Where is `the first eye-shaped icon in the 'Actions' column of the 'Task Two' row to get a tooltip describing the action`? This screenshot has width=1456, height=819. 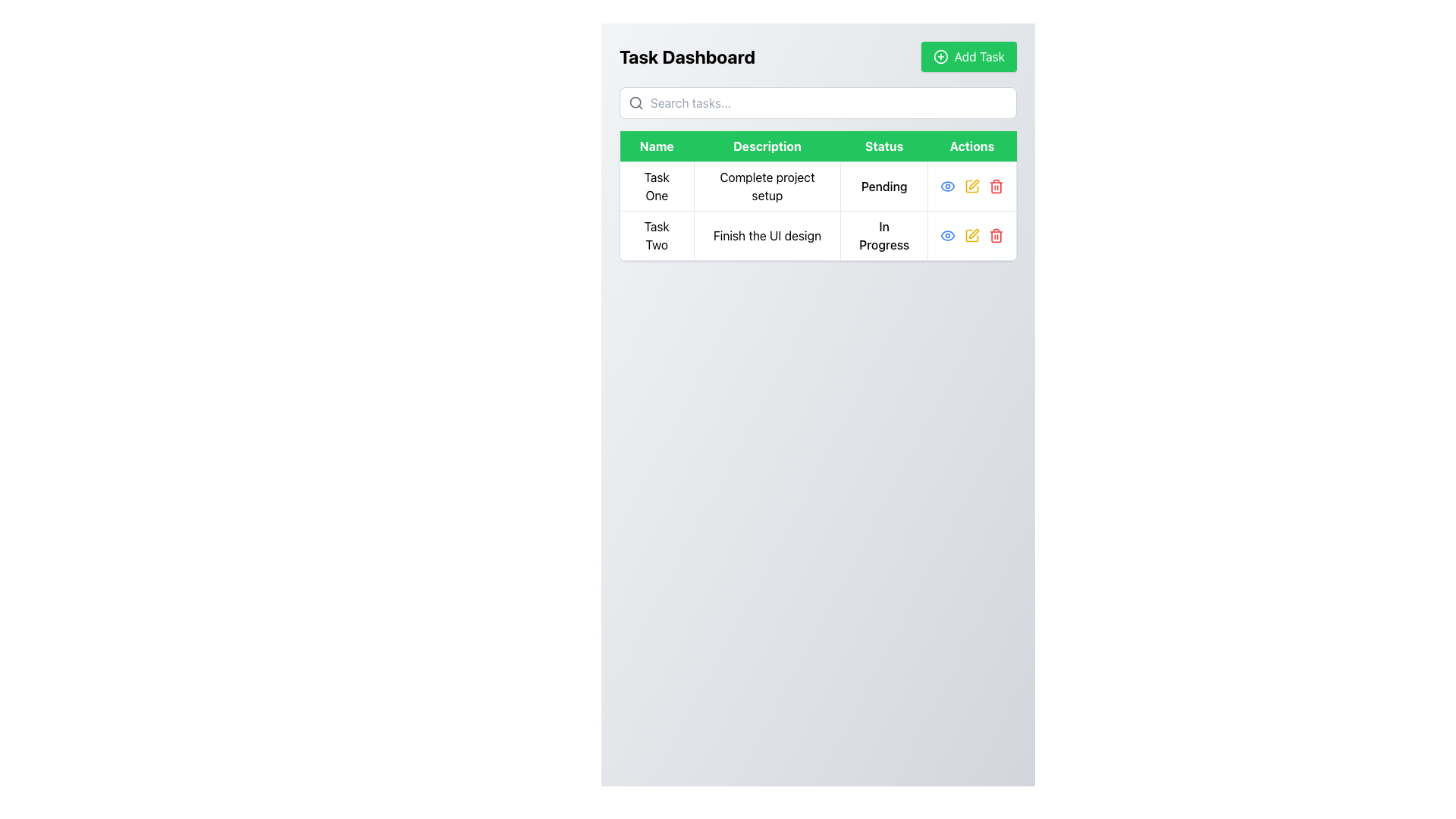 the first eye-shaped icon in the 'Actions' column of the 'Task Two' row to get a tooltip describing the action is located at coordinates (946, 186).